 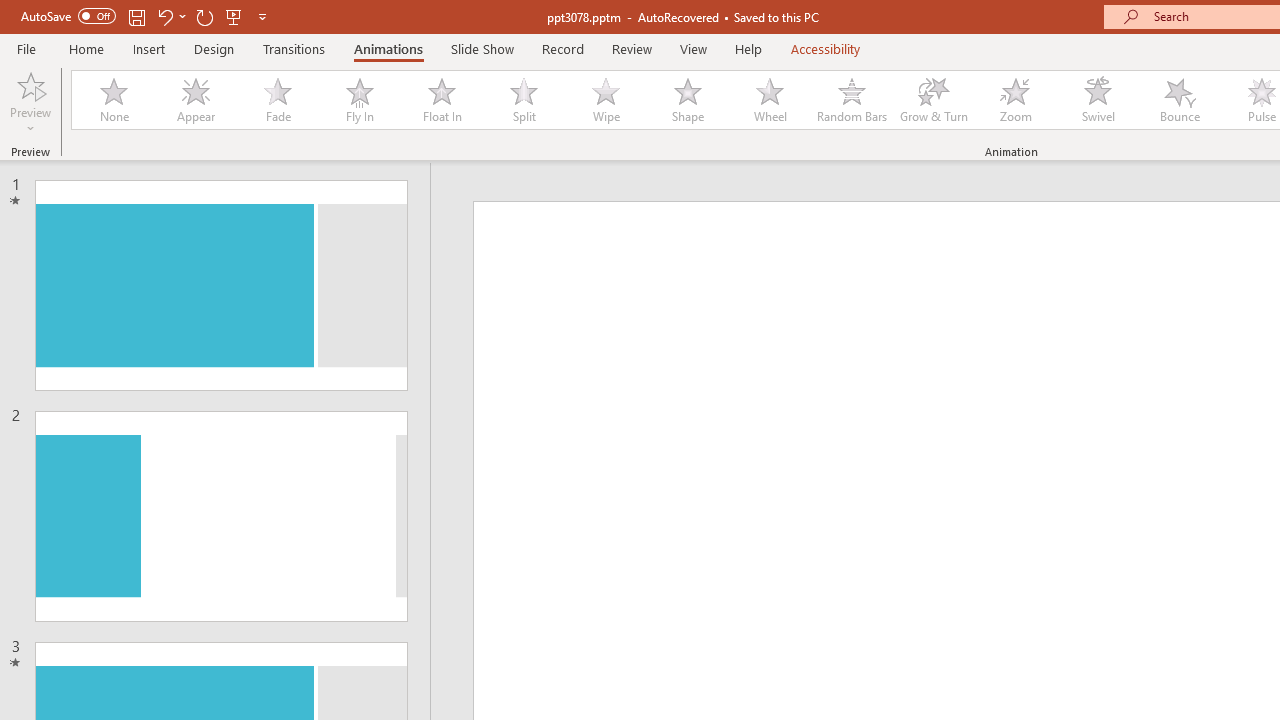 I want to click on 'Grow & Turn', so click(x=933, y=100).